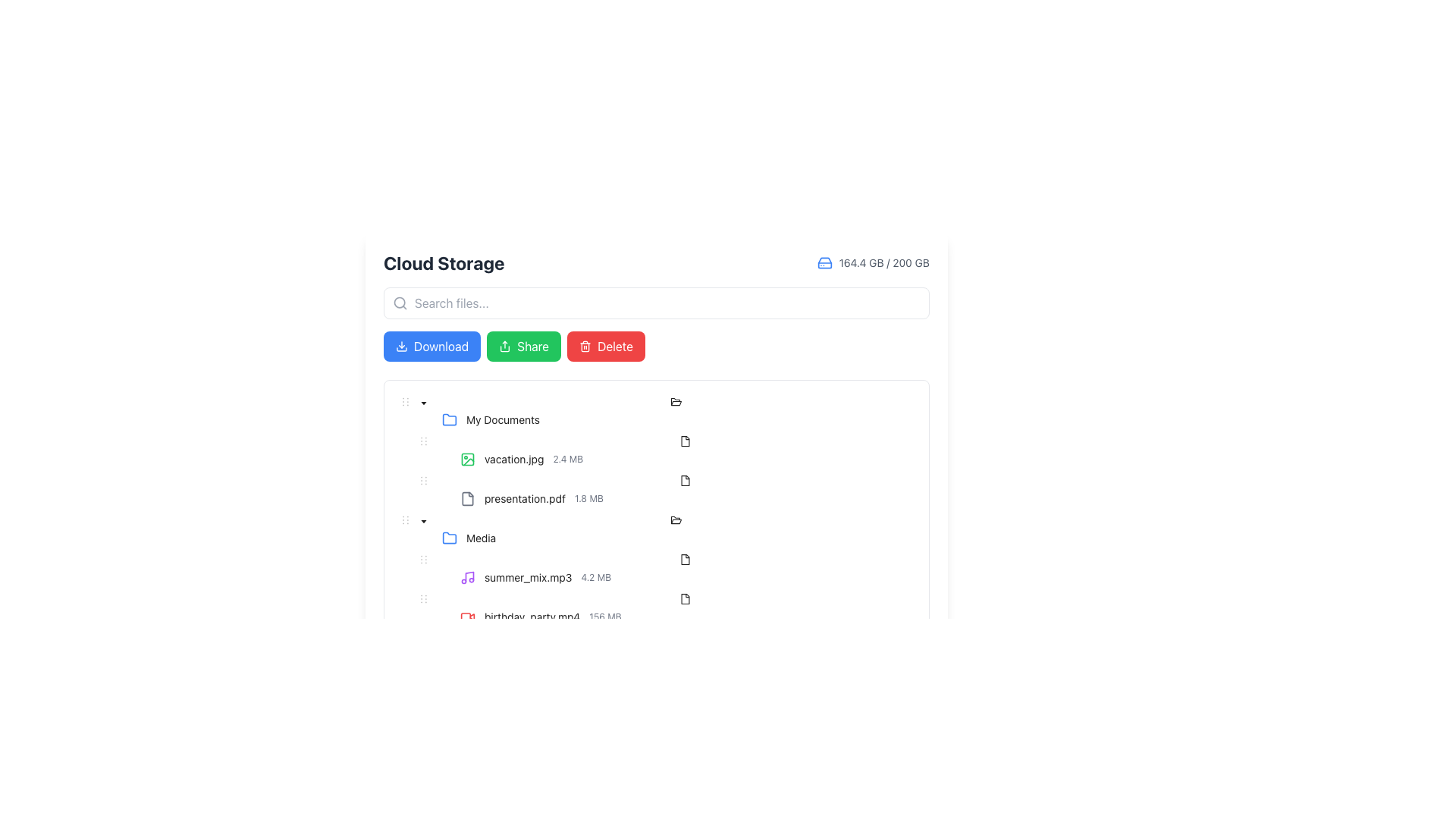 The width and height of the screenshot is (1456, 819). What do you see at coordinates (684, 441) in the screenshot?
I see `the small black document icon adjacent to the file named 'vacation.jpg 2.4 MB'` at bounding box center [684, 441].